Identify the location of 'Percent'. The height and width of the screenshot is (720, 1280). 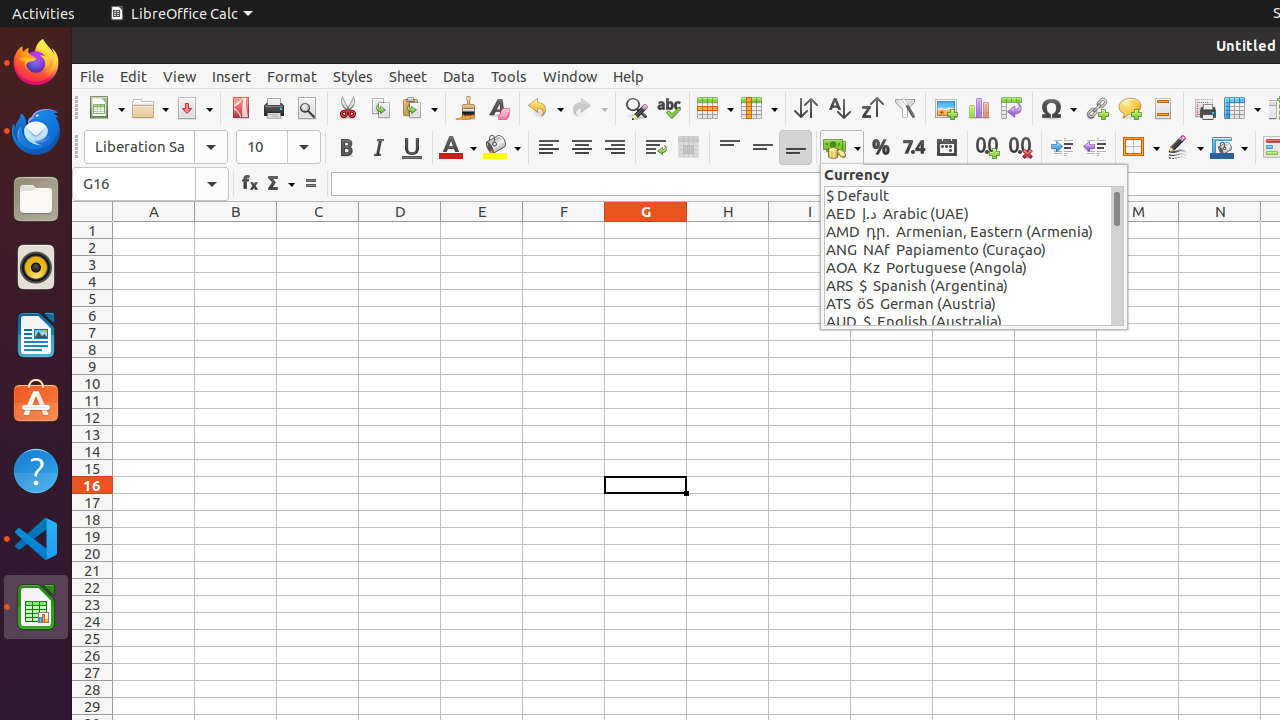
(880, 146).